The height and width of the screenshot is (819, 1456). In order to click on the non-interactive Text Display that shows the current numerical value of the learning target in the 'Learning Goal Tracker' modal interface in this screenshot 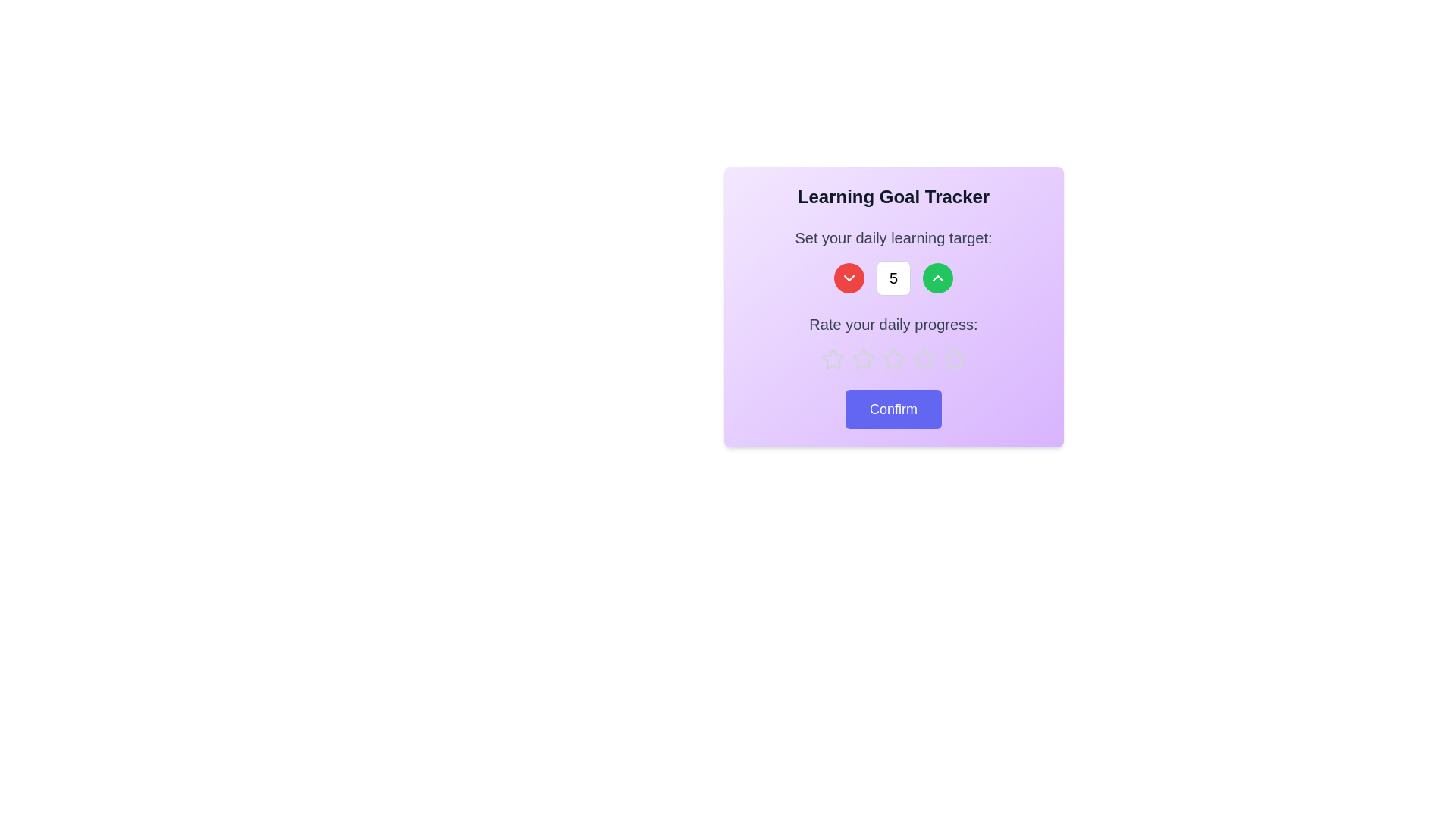, I will do `click(893, 278)`.